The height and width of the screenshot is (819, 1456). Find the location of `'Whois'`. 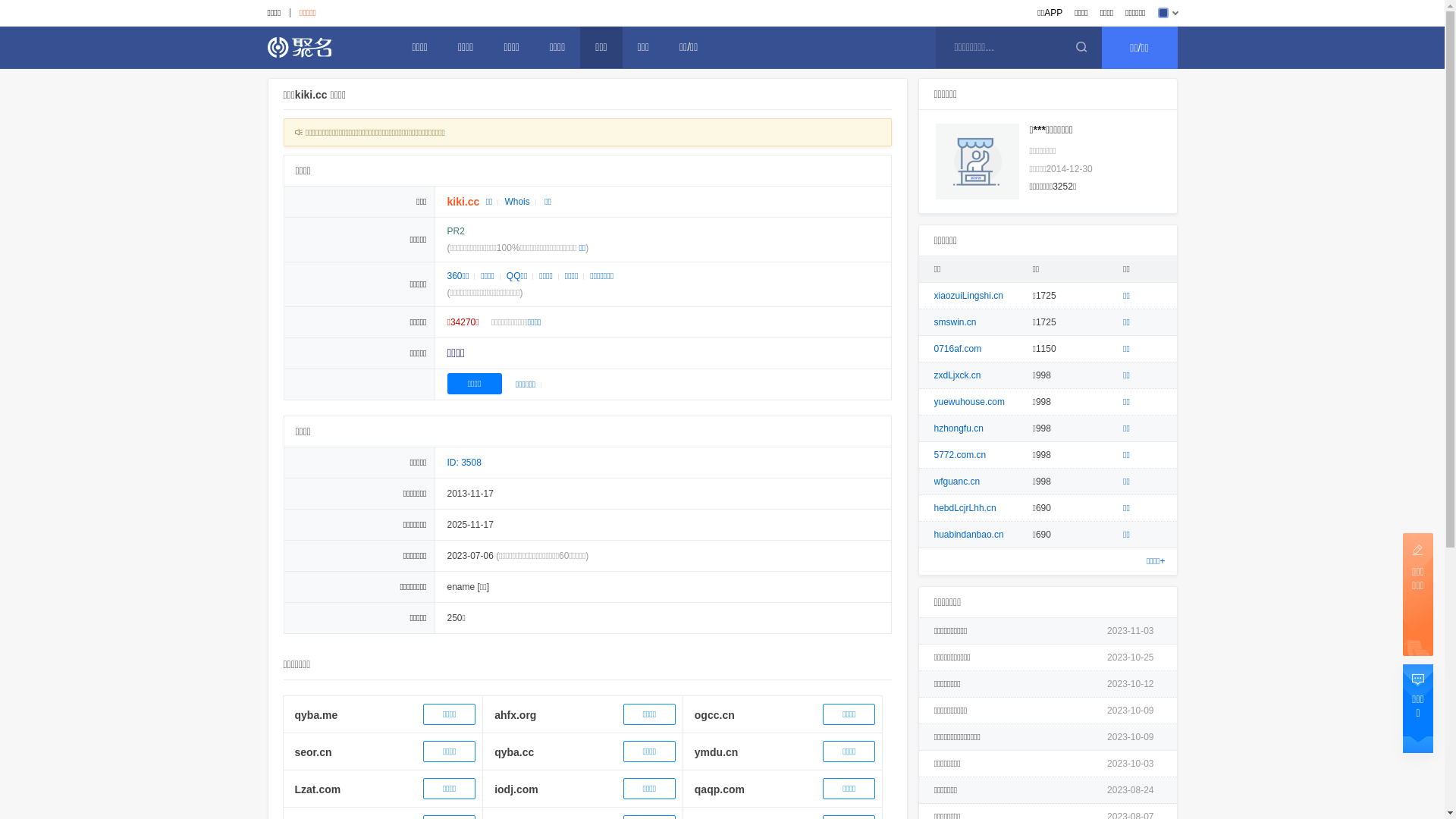

'Whois' is located at coordinates (516, 201).